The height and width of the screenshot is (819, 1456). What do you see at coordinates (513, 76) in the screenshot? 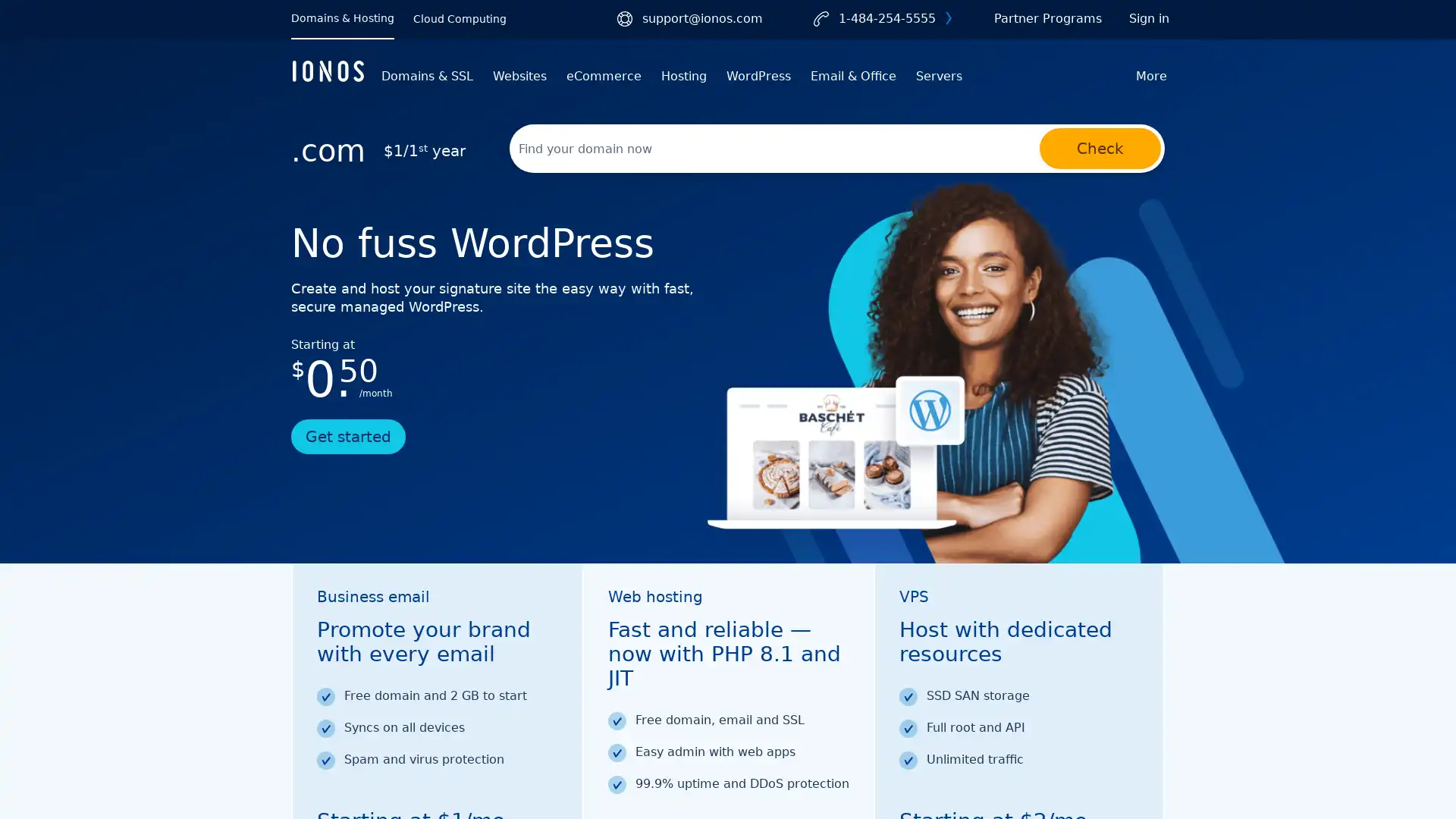
I see `Websites` at bounding box center [513, 76].